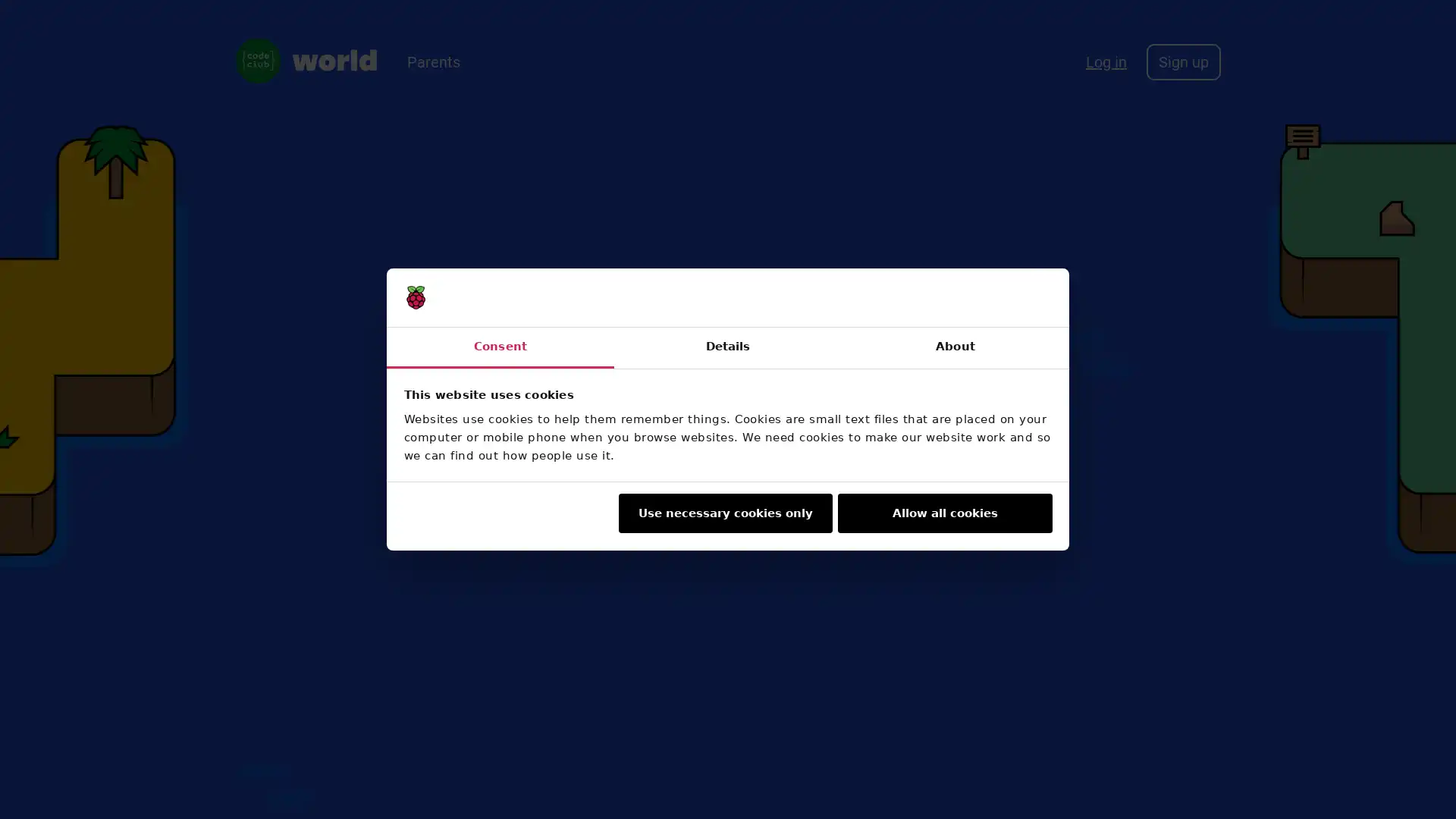  What do you see at coordinates (723, 513) in the screenshot?
I see `Use necessary cookies only` at bounding box center [723, 513].